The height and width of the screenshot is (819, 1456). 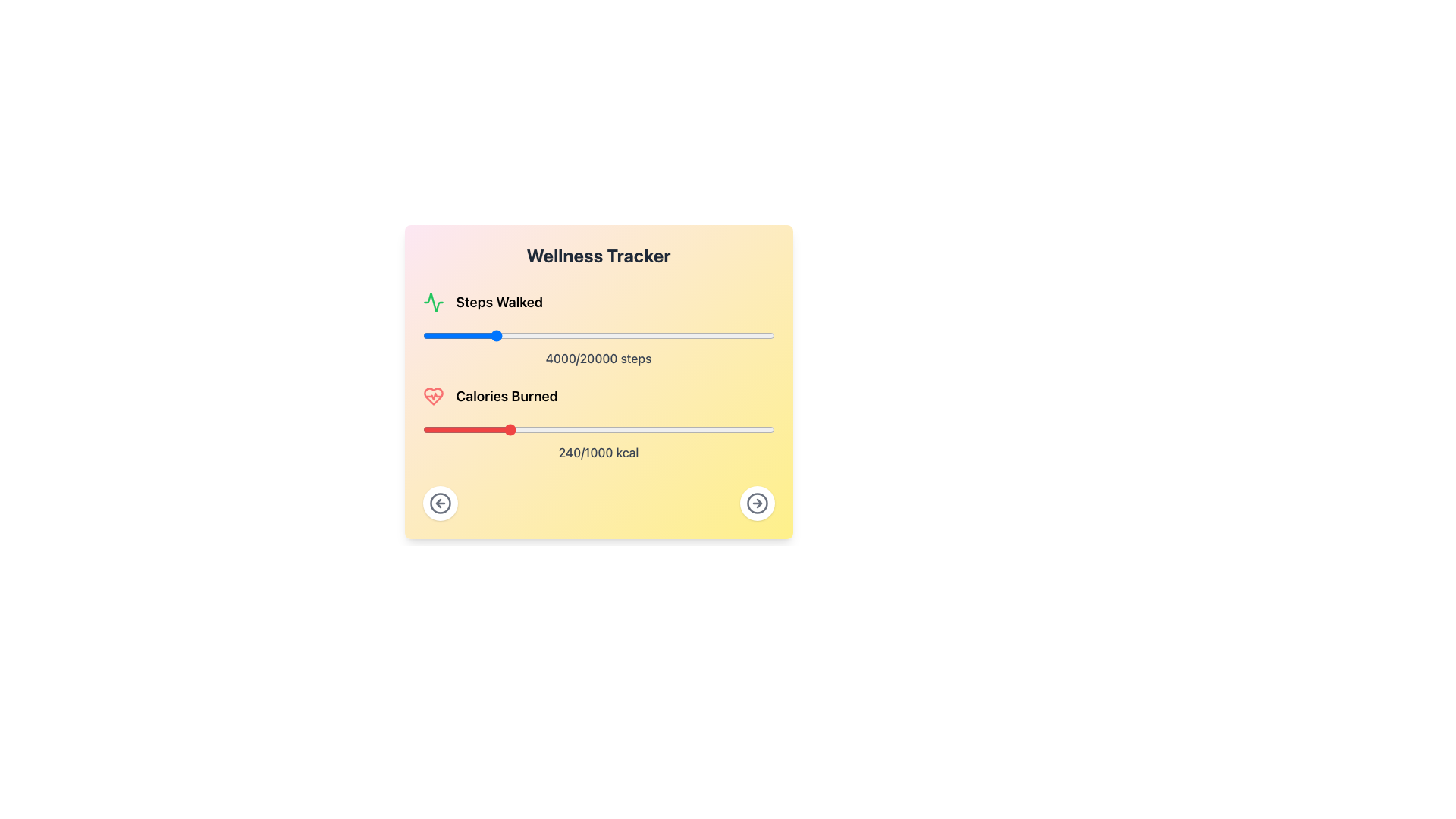 What do you see at coordinates (530, 430) in the screenshot?
I see `the calories burned slider` at bounding box center [530, 430].